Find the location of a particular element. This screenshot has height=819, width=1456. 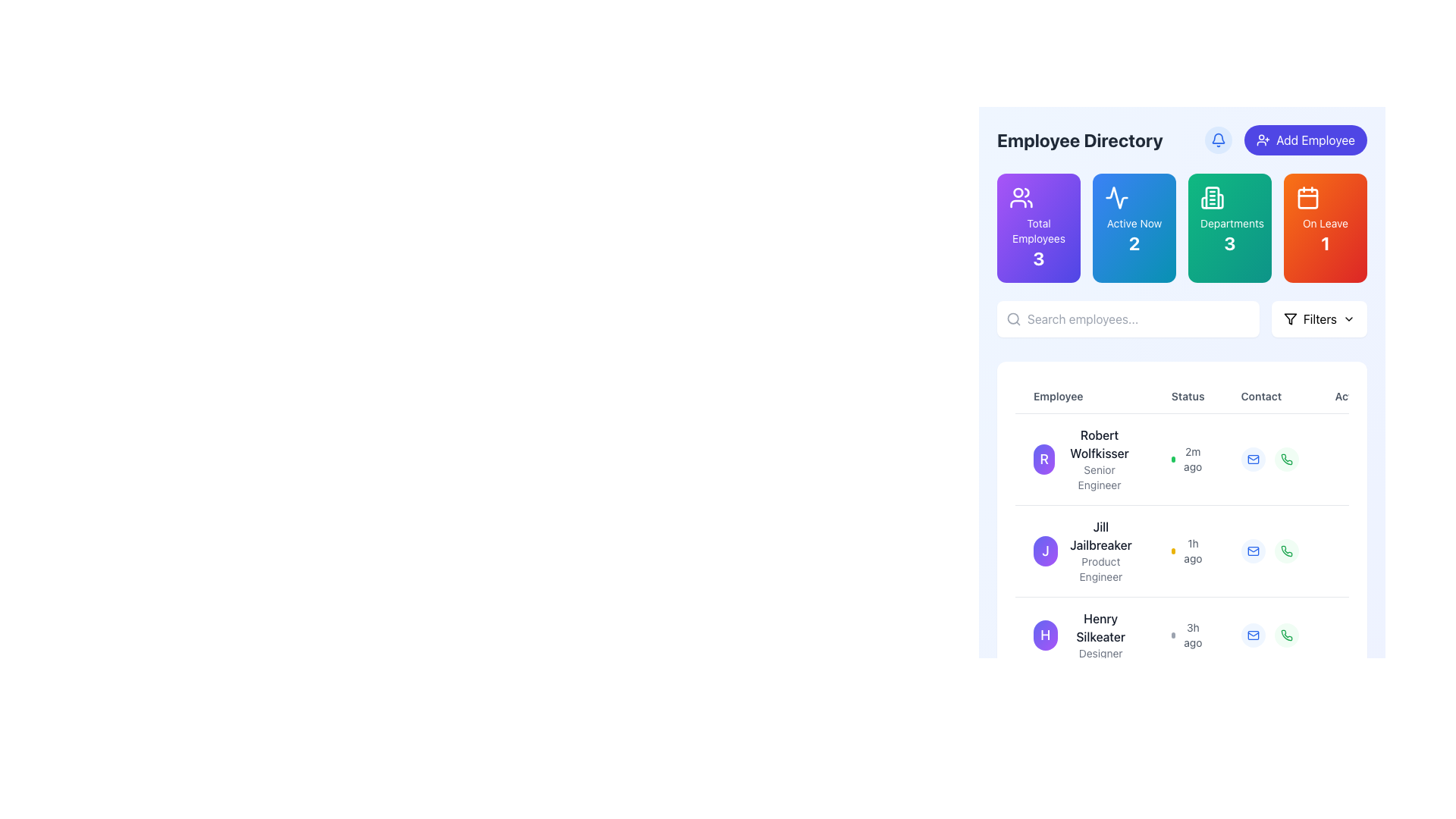

the second list item in the employee directory is located at coordinates (1083, 551).